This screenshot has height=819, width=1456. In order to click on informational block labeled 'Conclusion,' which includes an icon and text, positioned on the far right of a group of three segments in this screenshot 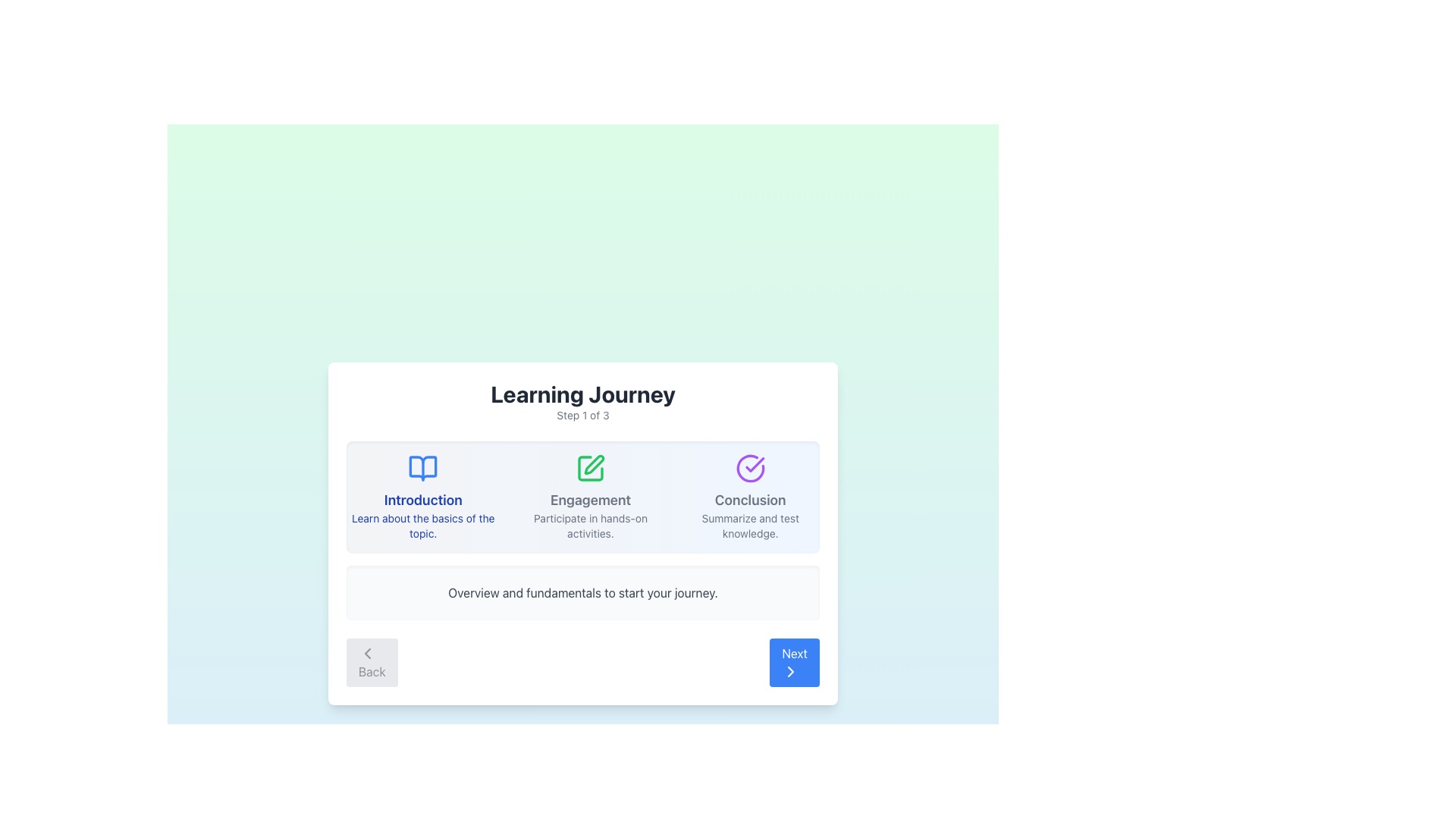, I will do `click(750, 497)`.